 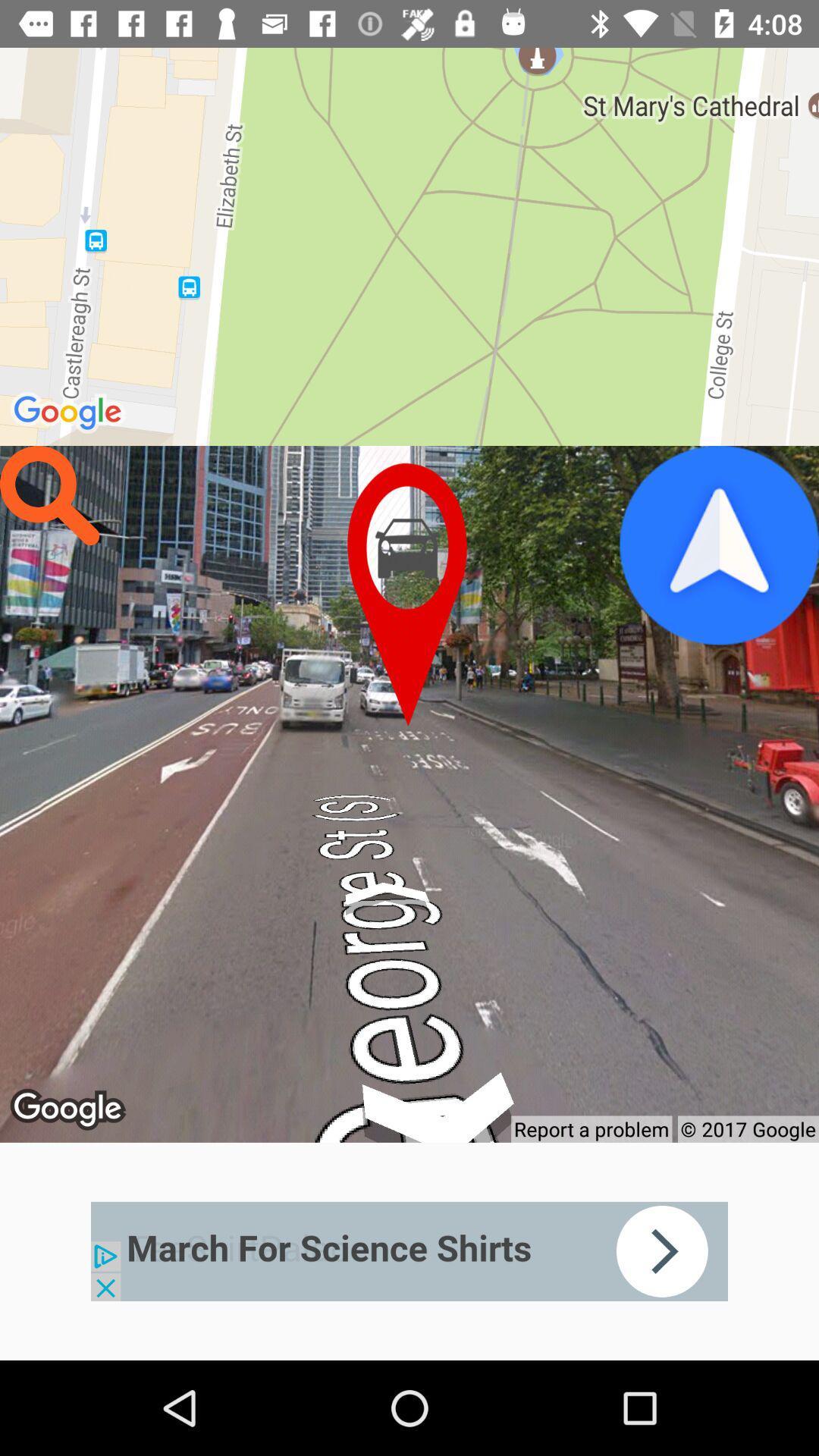 What do you see at coordinates (718, 545) in the screenshot?
I see `arrow sympol` at bounding box center [718, 545].